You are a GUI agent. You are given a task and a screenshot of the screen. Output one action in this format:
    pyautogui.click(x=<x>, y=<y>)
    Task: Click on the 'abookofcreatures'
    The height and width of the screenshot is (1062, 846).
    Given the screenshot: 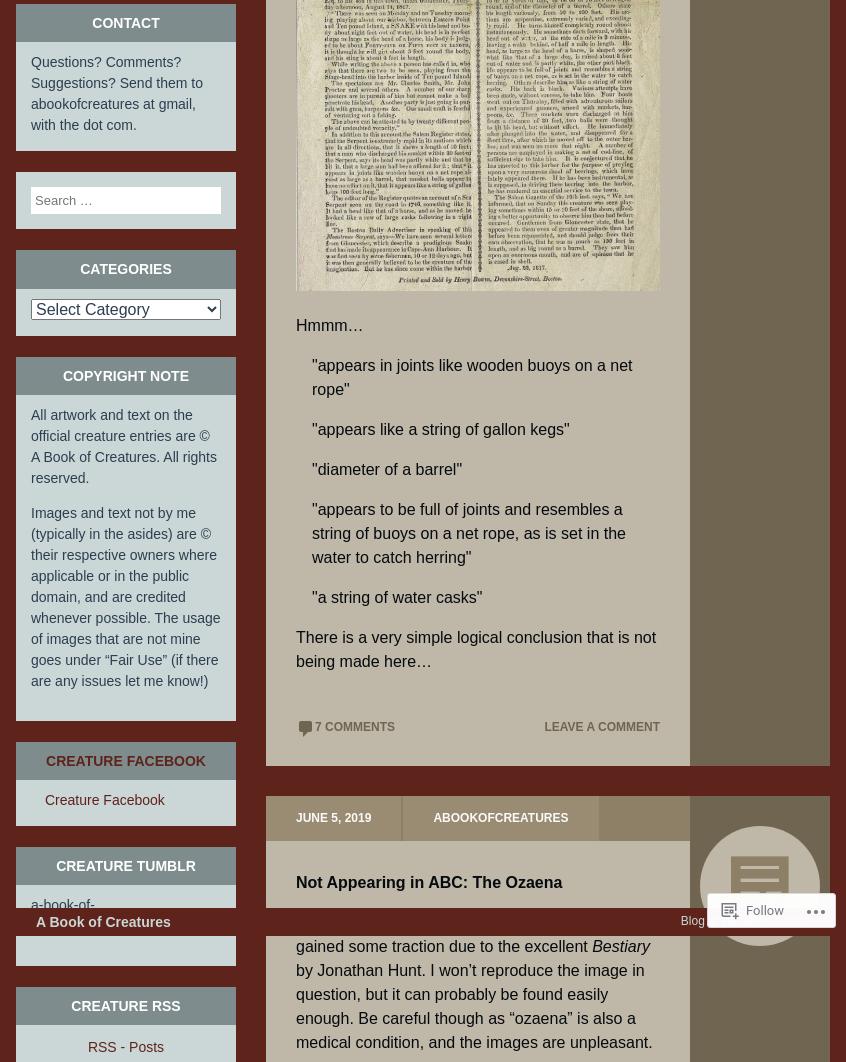 What is the action you would take?
    pyautogui.click(x=431, y=815)
    